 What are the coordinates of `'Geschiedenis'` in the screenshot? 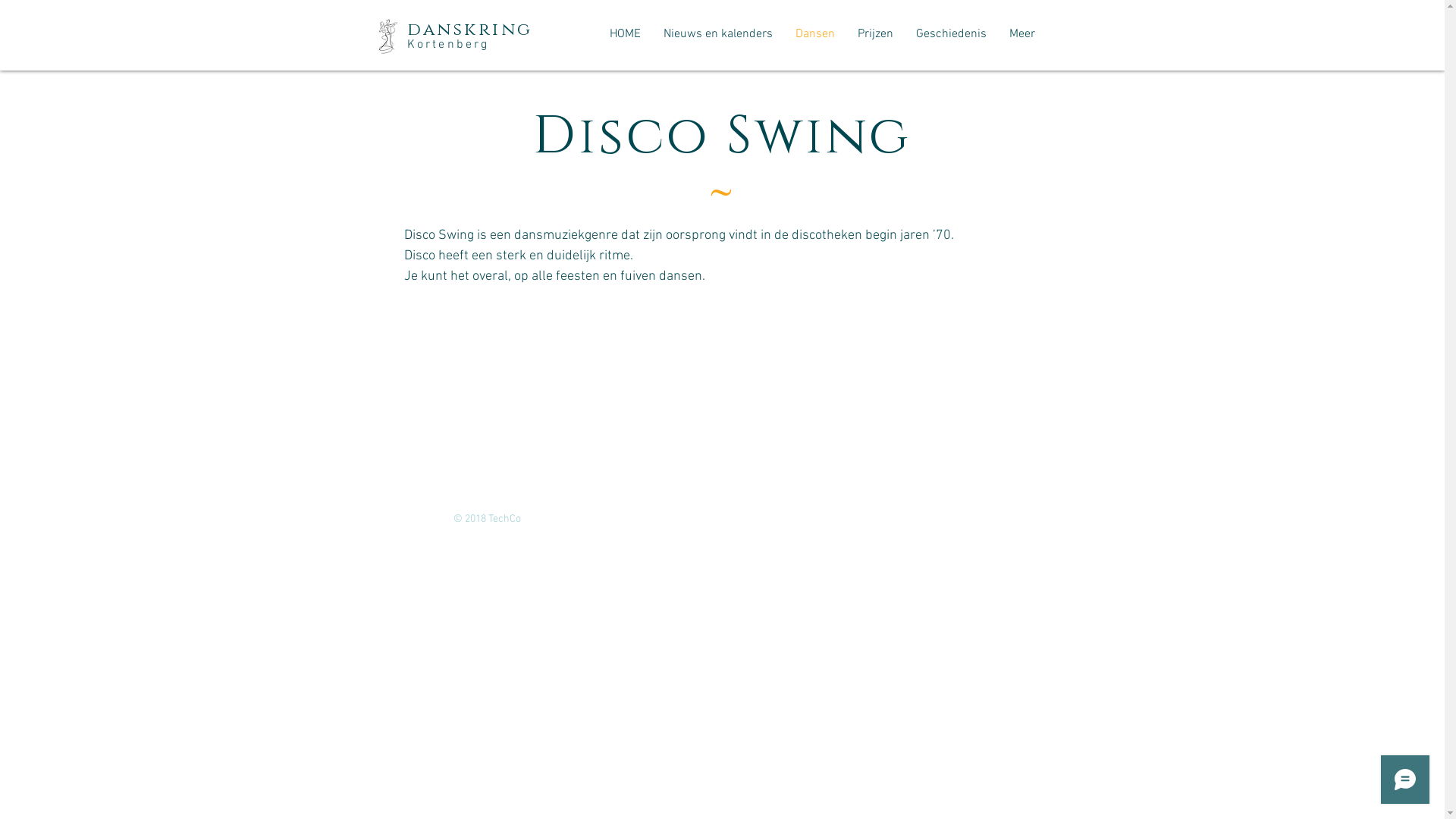 It's located at (949, 34).